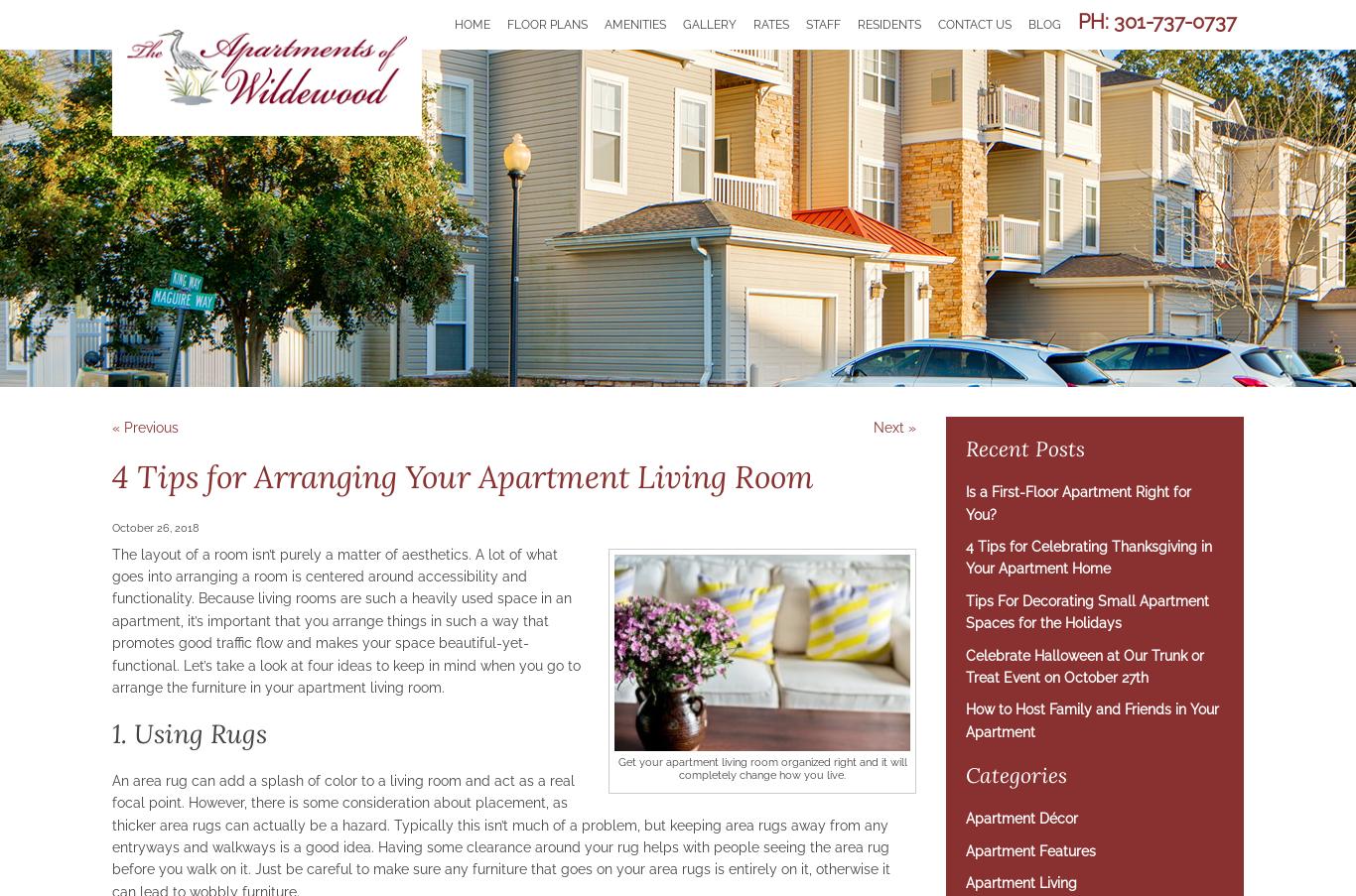  What do you see at coordinates (154, 526) in the screenshot?
I see `'October 26, 2018'` at bounding box center [154, 526].